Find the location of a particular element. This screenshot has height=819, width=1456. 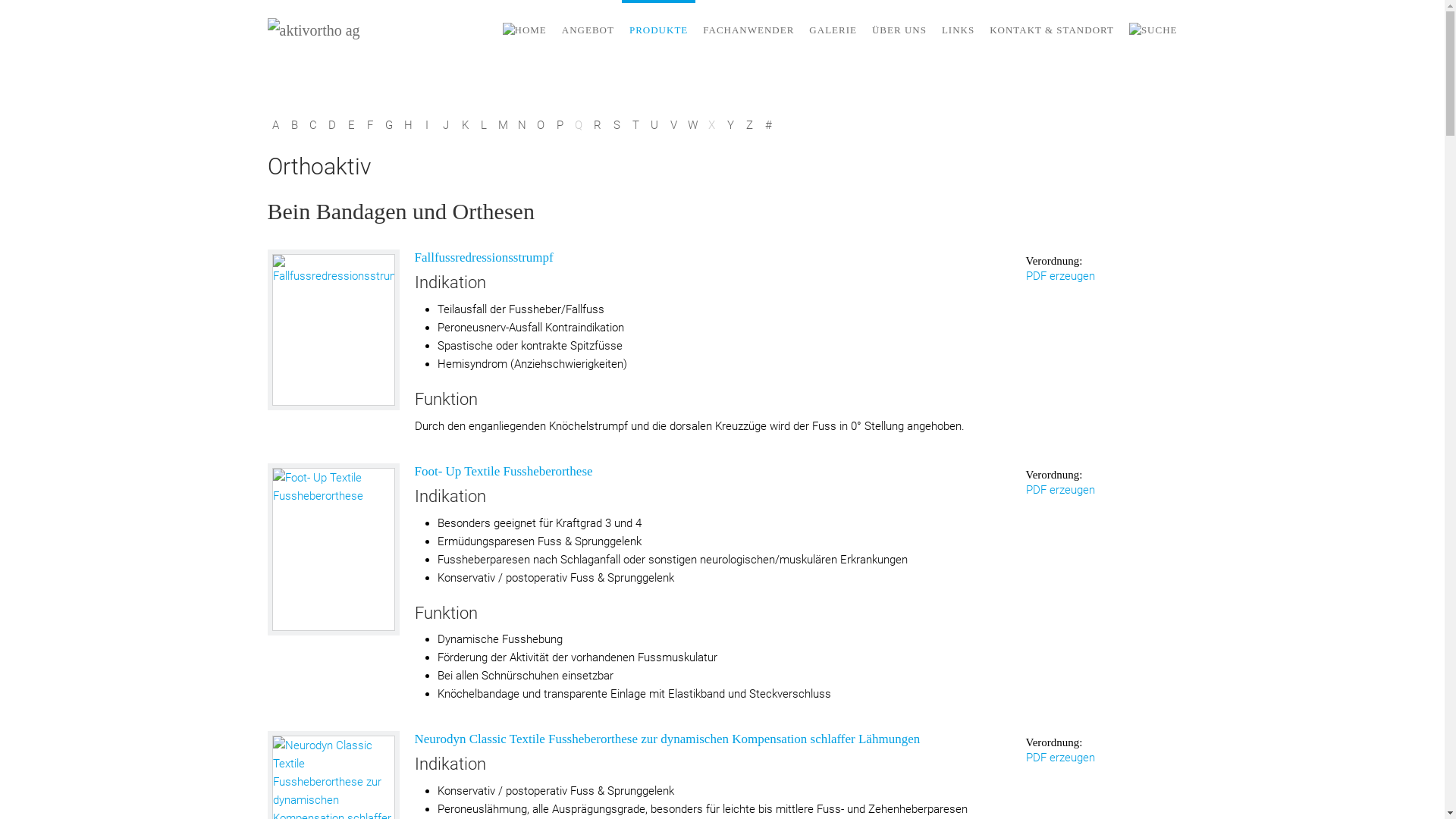

'LINKS' is located at coordinates (957, 30).